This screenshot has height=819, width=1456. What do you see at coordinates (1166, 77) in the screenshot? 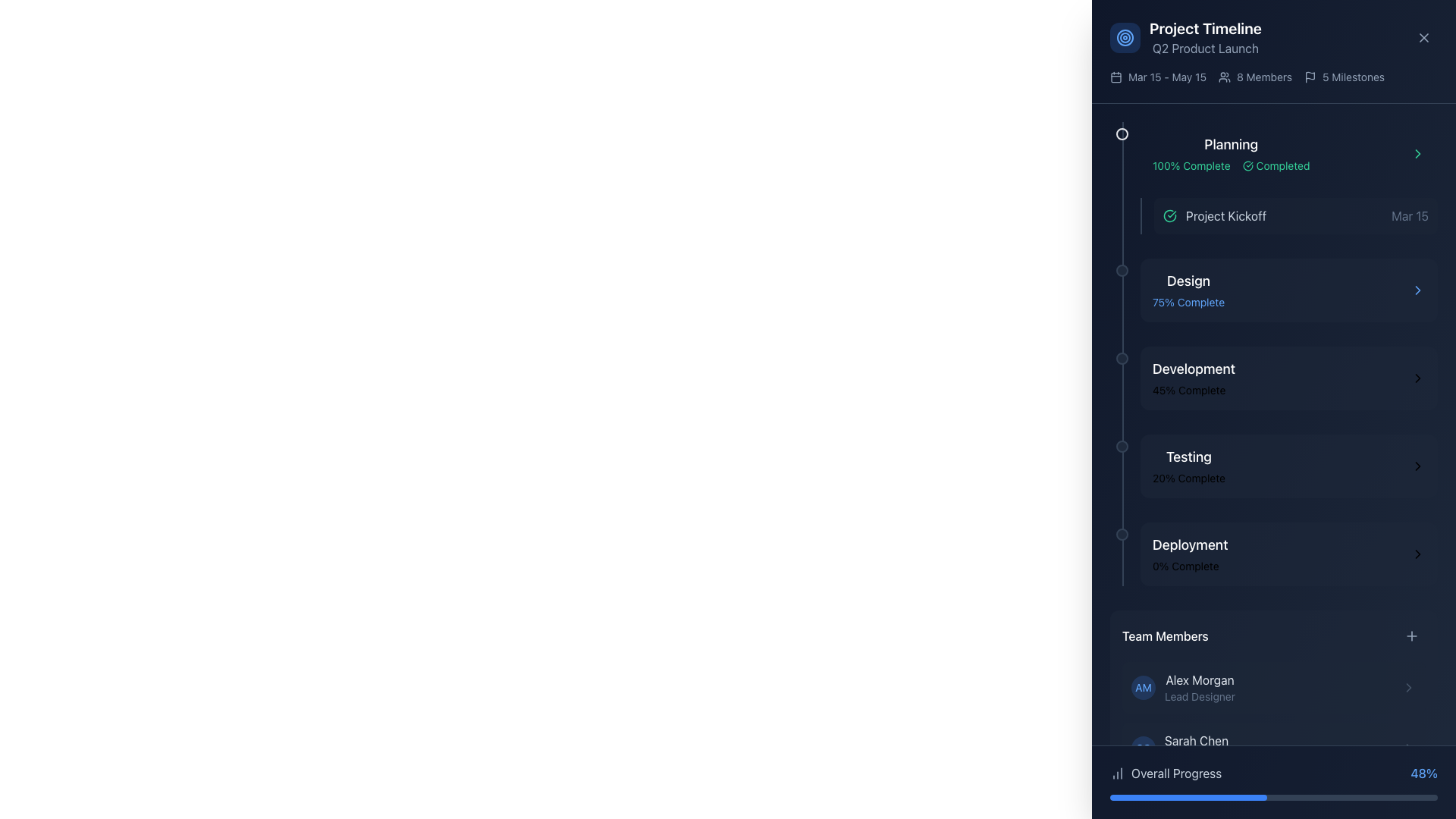
I see `the Plain text label displaying 'Mar 15 - May 15', which is styled in white and located in the upper section of the interface, aligned horizontally with a calendar icon` at bounding box center [1166, 77].